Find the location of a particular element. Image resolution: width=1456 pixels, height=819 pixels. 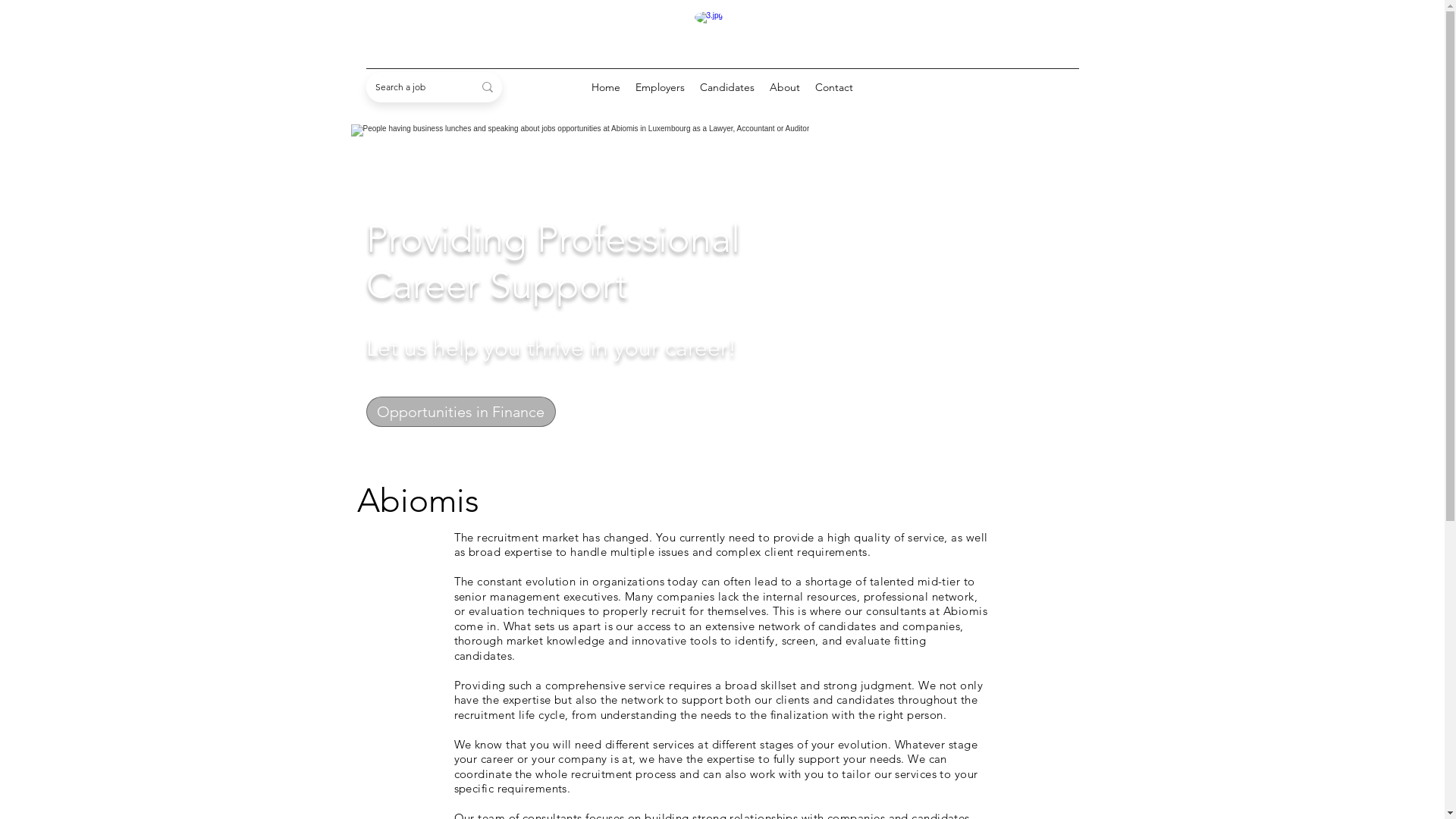

'Contact' is located at coordinates (833, 87).